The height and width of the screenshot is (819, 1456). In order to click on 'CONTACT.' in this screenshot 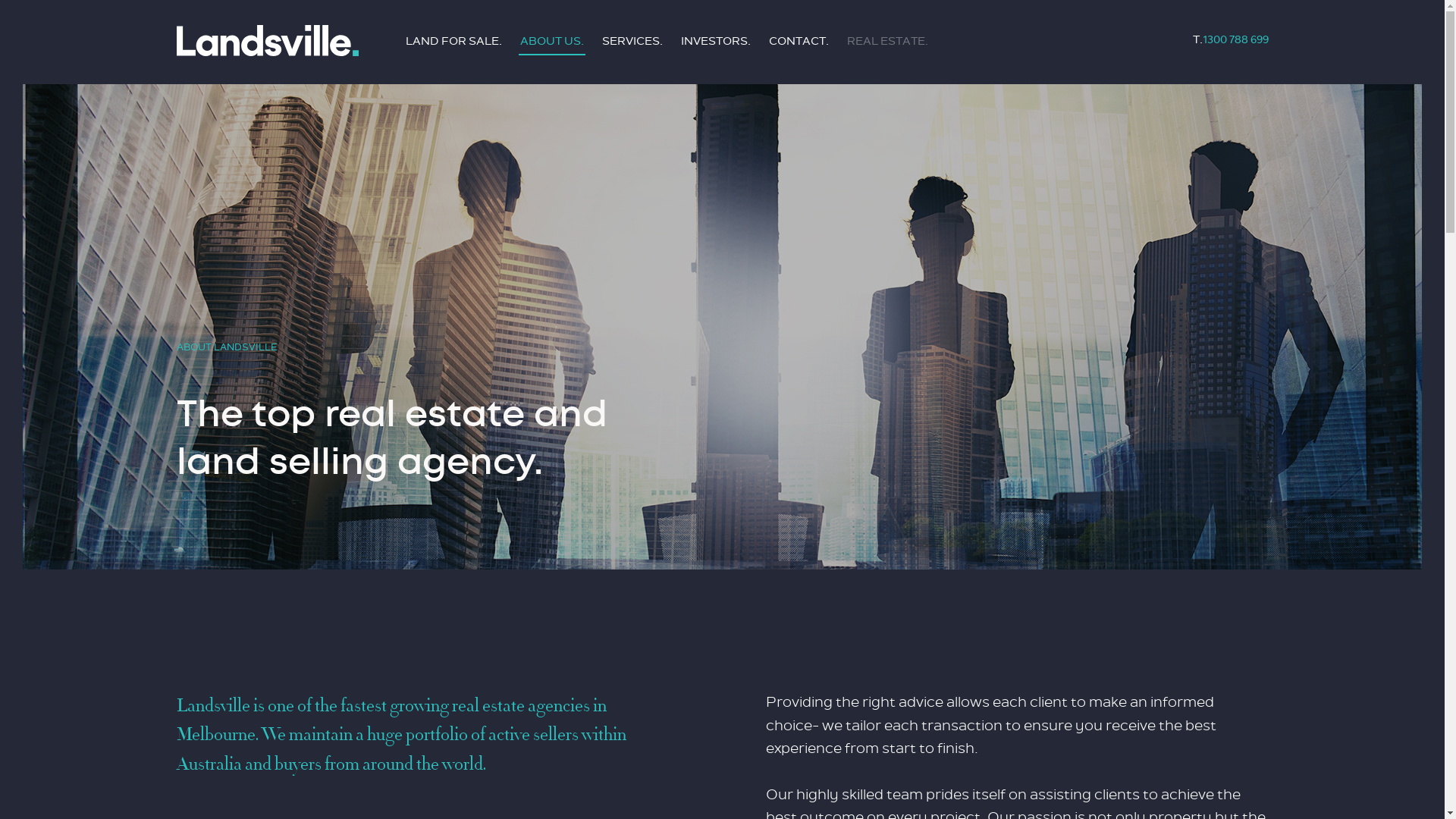, I will do `click(798, 40)`.